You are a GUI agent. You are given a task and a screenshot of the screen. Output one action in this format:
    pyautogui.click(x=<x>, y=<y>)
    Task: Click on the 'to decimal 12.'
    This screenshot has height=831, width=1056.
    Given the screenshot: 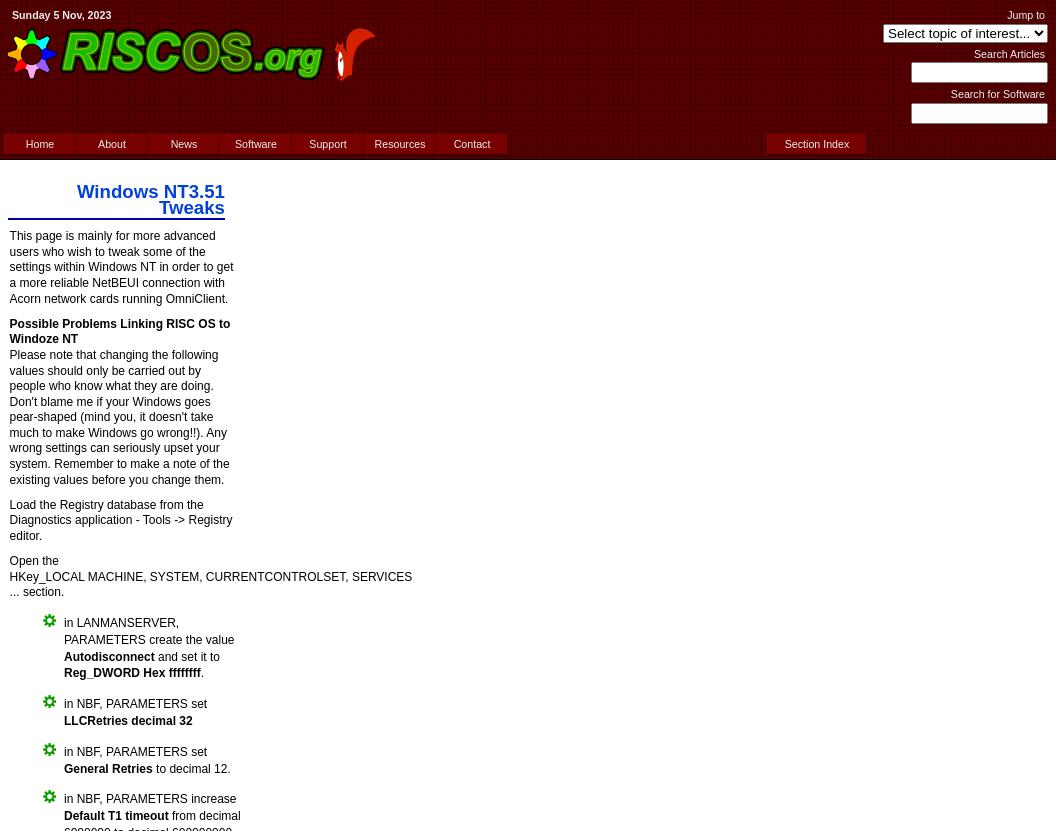 What is the action you would take?
    pyautogui.click(x=191, y=768)
    